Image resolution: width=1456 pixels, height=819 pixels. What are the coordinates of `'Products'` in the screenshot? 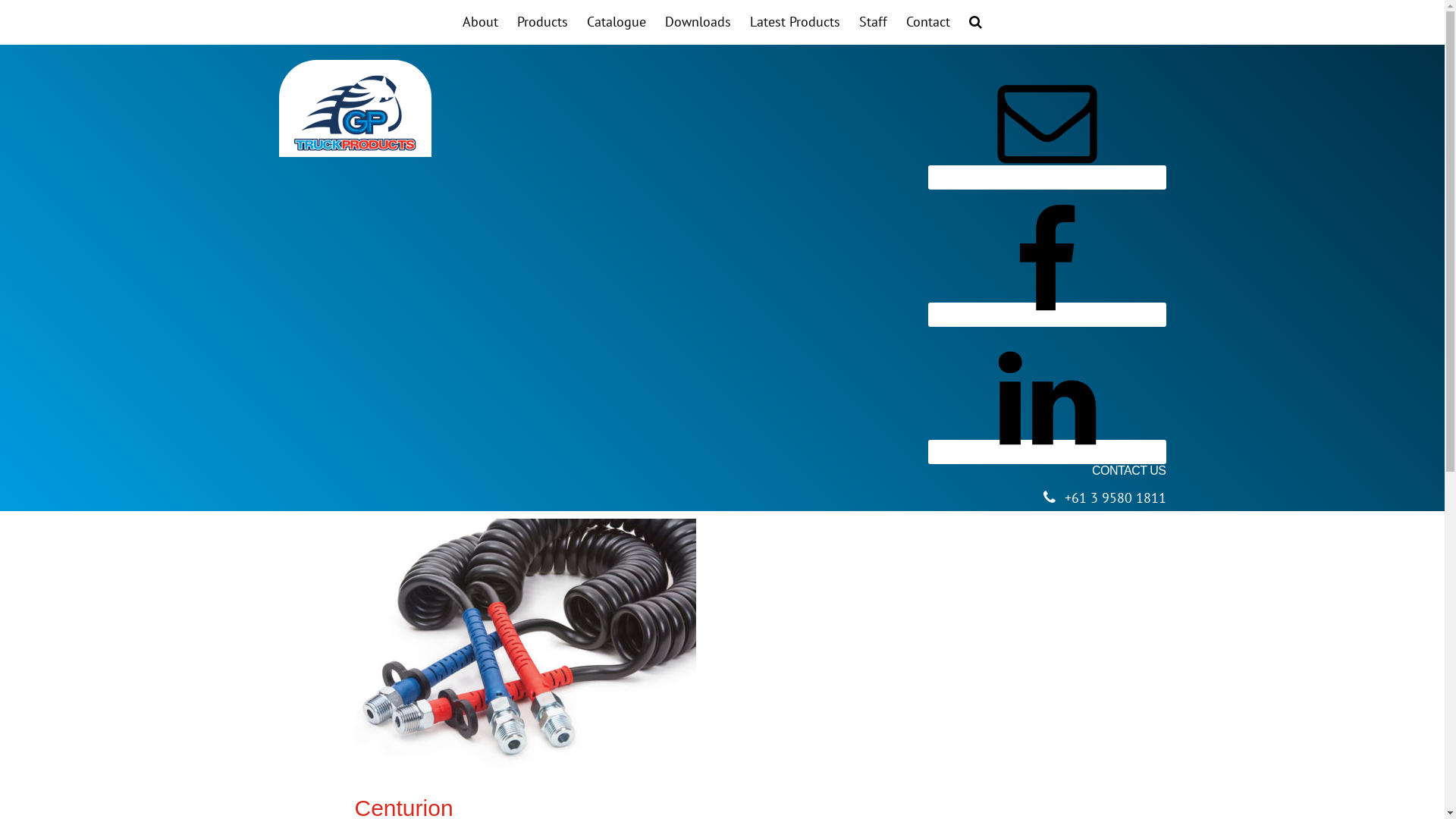 It's located at (542, 22).